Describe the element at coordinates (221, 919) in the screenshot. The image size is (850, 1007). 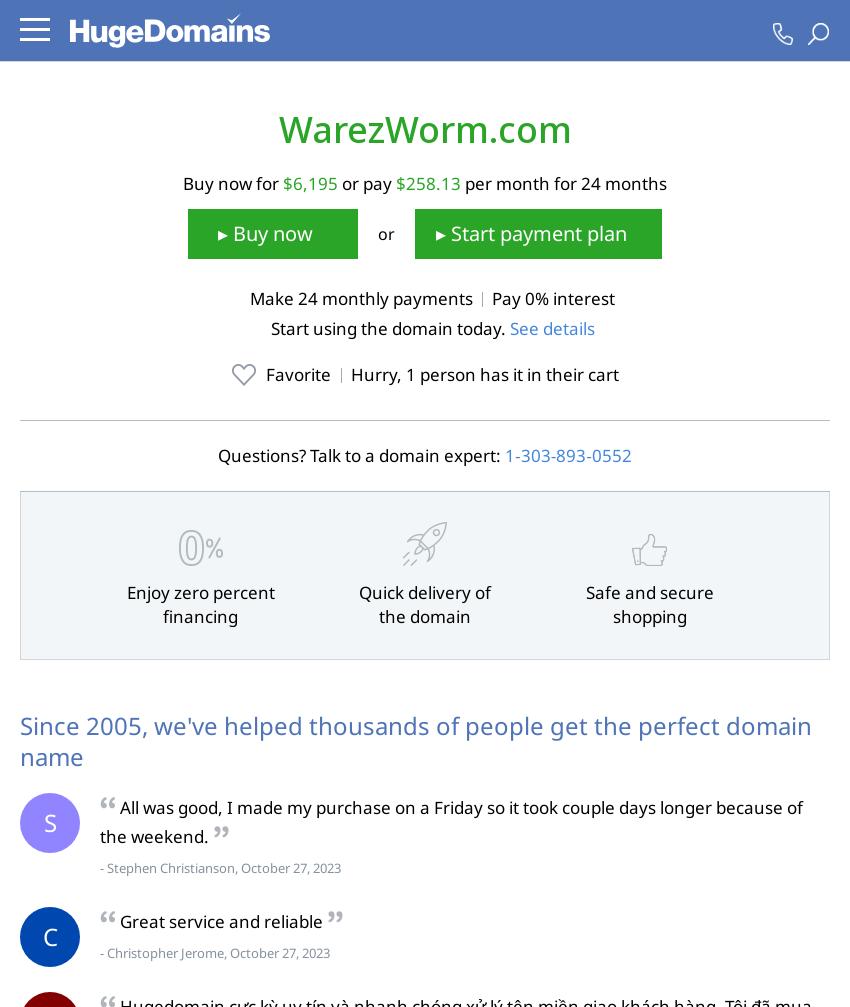
I see `'Great service and reliable'` at that location.